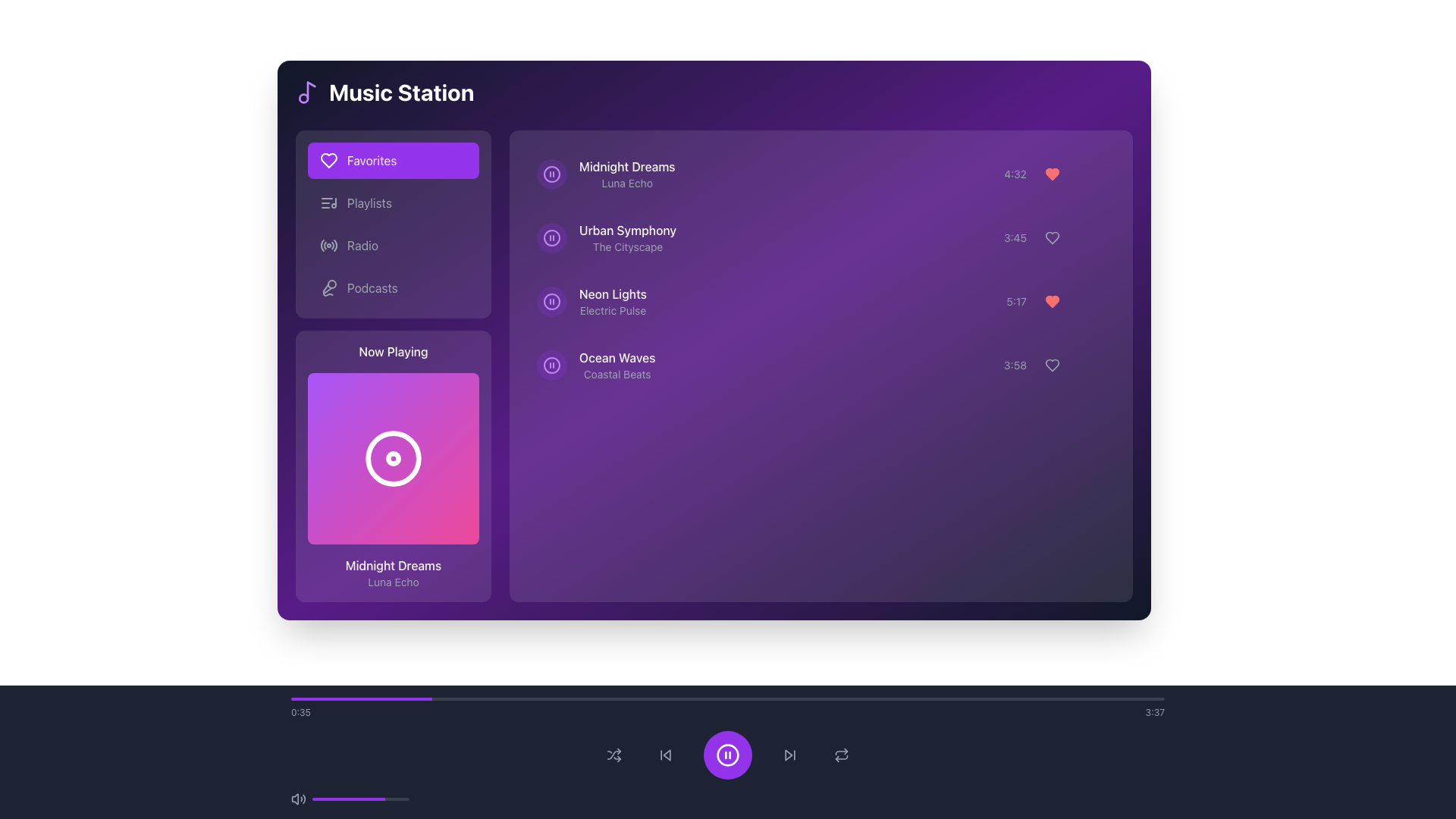  What do you see at coordinates (355, 798) in the screenshot?
I see `the slider value` at bounding box center [355, 798].